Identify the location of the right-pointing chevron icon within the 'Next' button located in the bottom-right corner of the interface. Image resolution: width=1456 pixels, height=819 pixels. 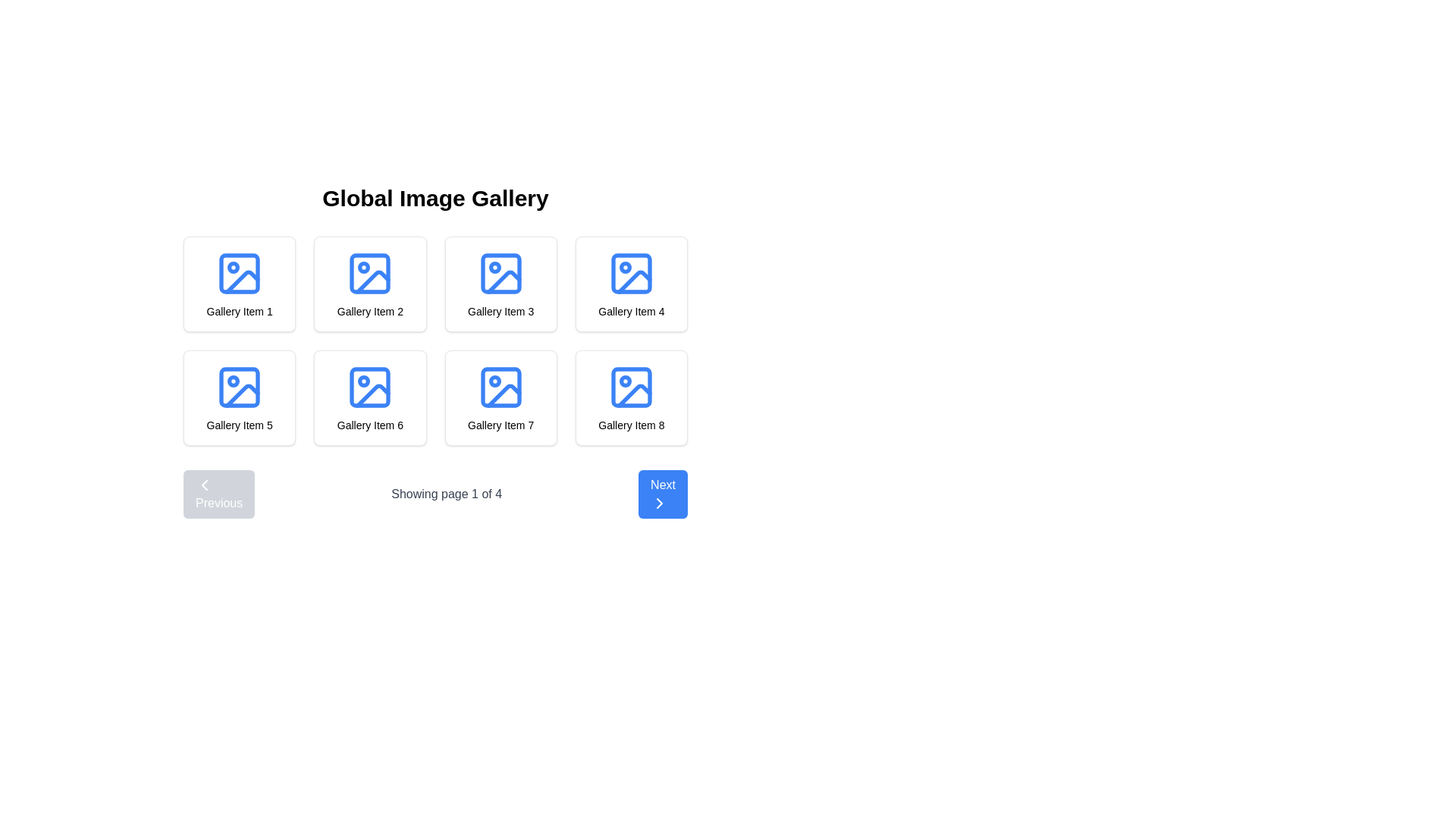
(660, 503).